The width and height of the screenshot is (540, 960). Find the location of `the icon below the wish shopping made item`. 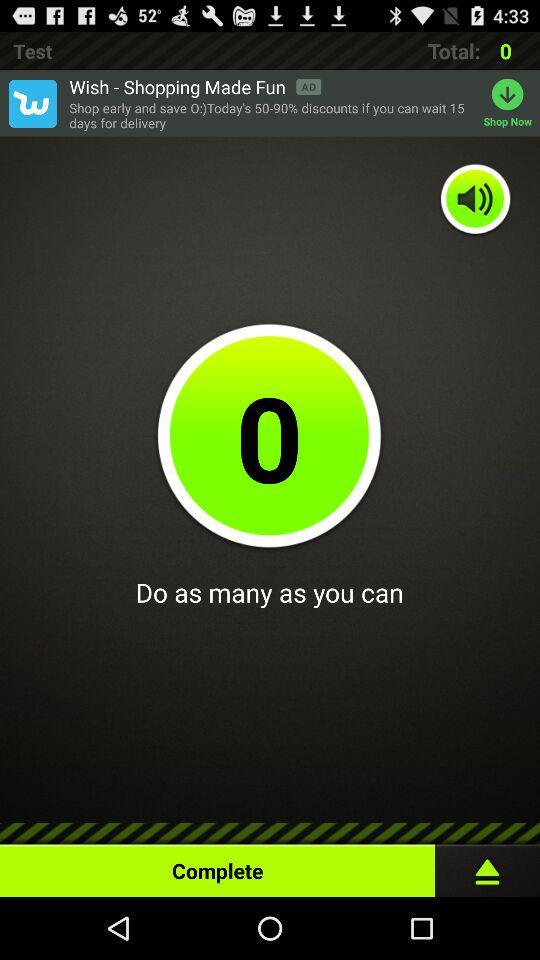

the icon below the wish shopping made item is located at coordinates (270, 115).